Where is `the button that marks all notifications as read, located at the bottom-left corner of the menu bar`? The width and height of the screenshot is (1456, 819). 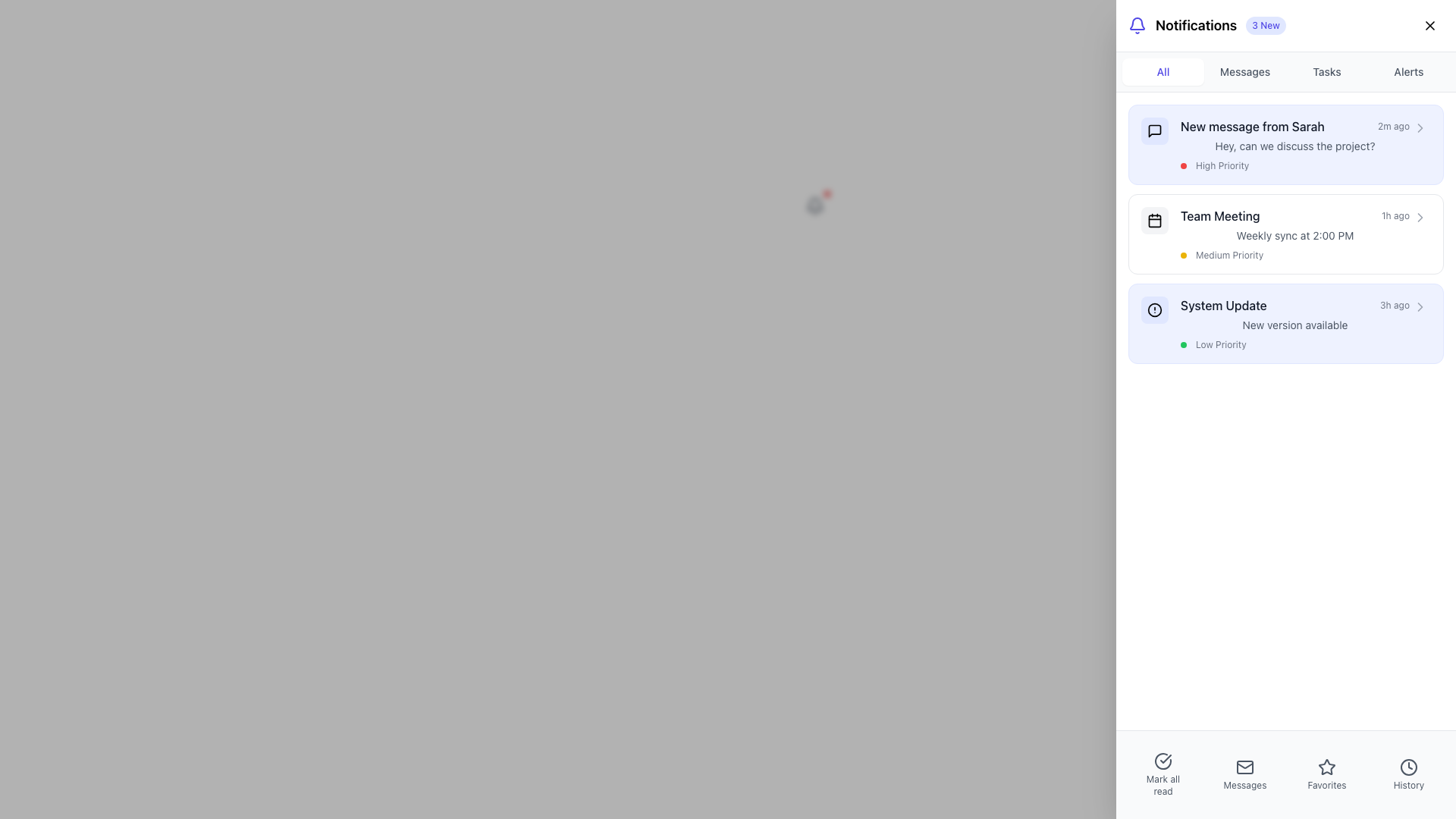
the button that marks all notifications as read, located at the bottom-left corner of the menu bar is located at coordinates (1163, 761).